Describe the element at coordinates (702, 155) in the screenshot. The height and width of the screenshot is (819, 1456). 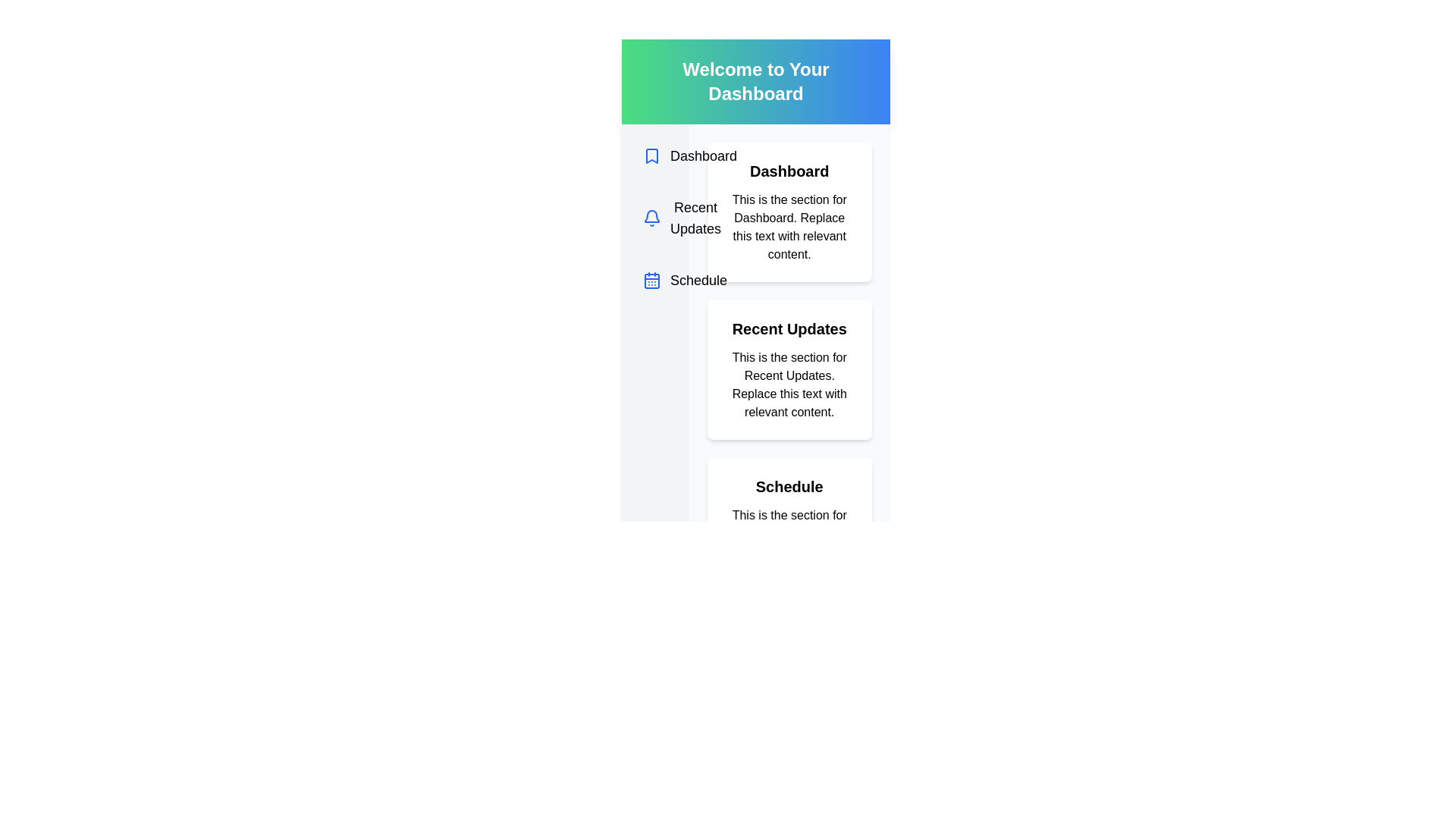
I see `the 'Dashboard' text label, which is the first item in the navigation list on the left side of the interface, positioned below the 'Welcome to Your Dashboard' banner and next to a bookmark icon` at that location.